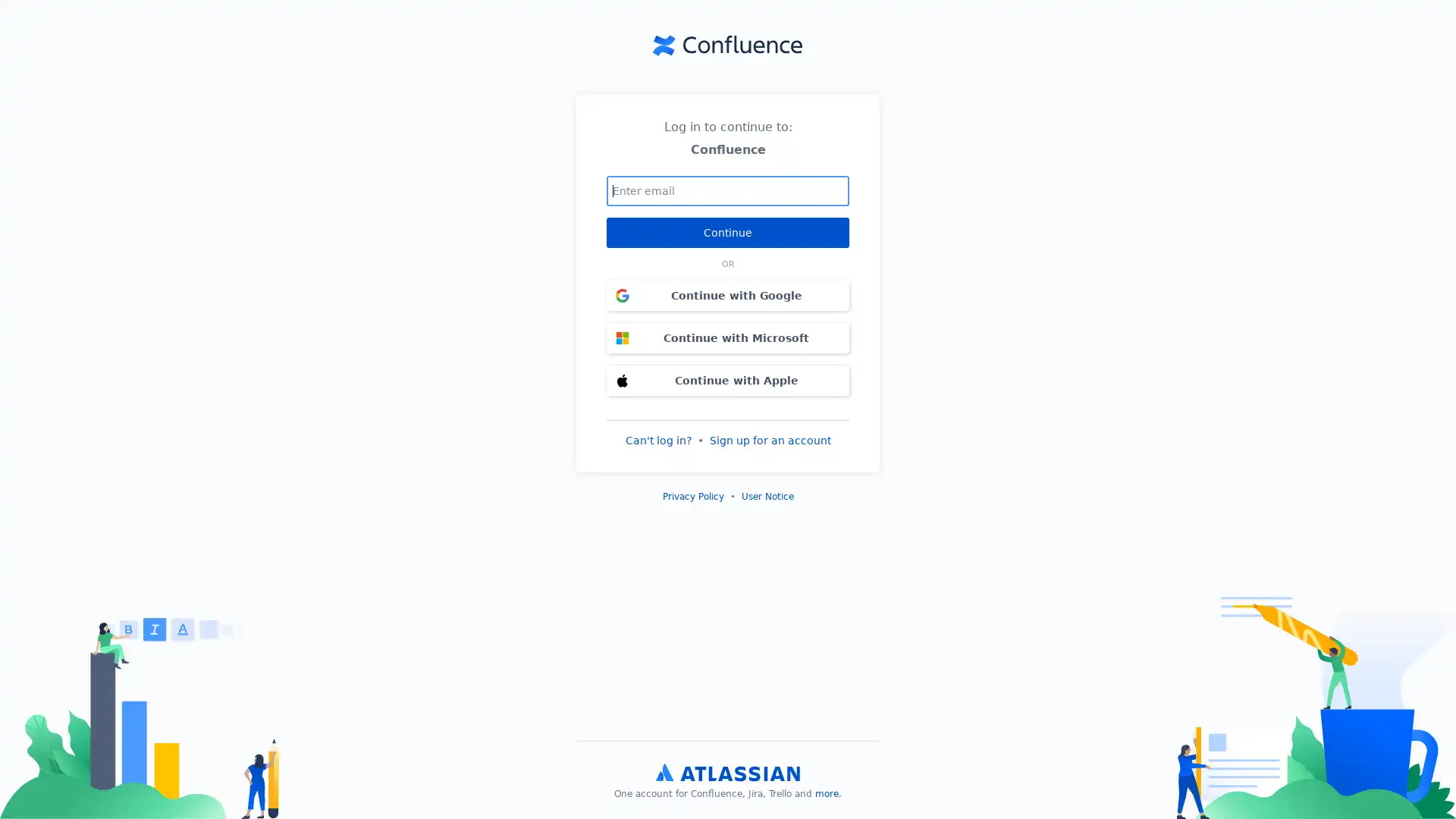  I want to click on Continue with Apple, so click(728, 379).